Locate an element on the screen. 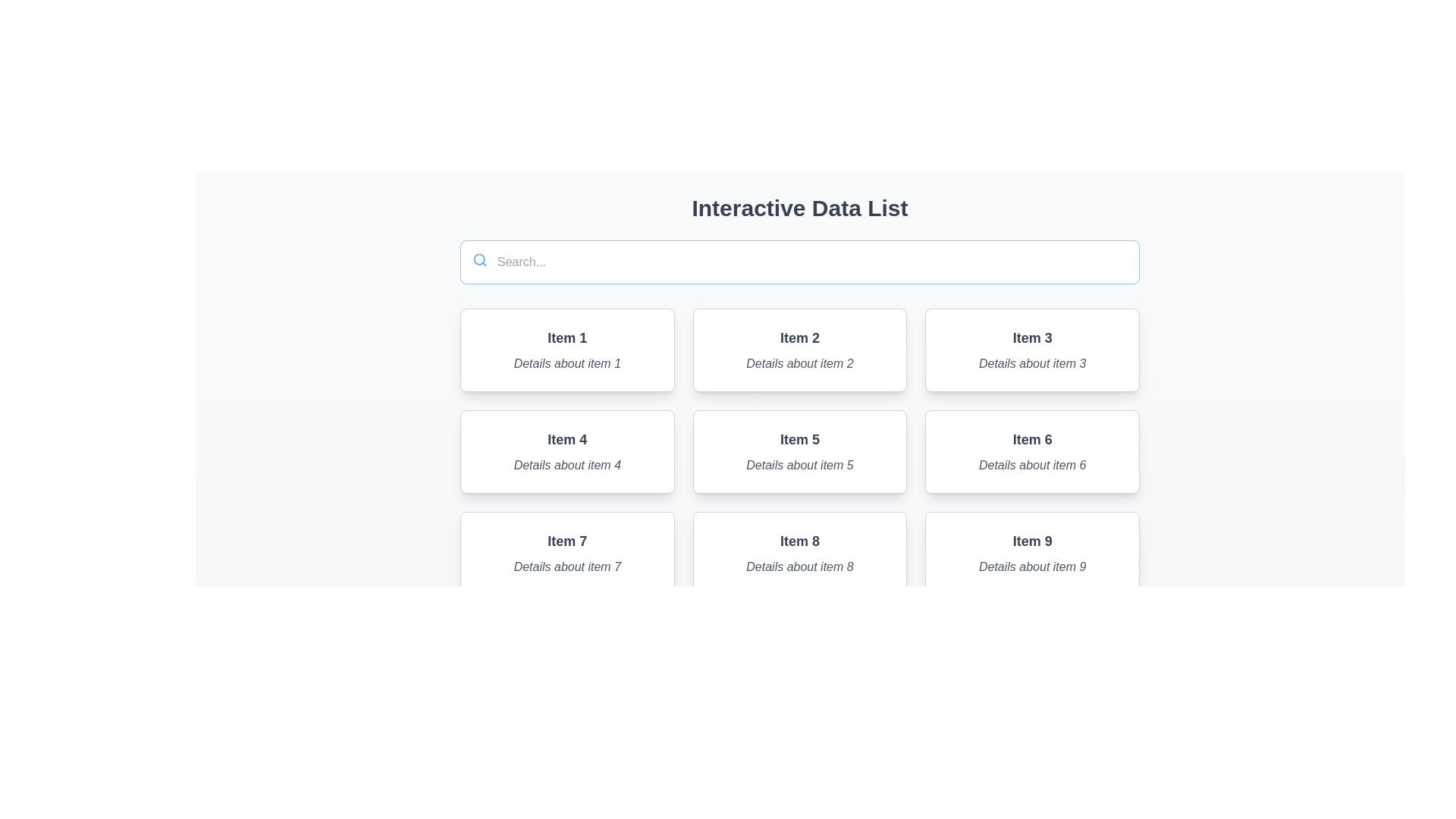 The image size is (1456, 819). the fifth card in the grid layout is located at coordinates (799, 451).